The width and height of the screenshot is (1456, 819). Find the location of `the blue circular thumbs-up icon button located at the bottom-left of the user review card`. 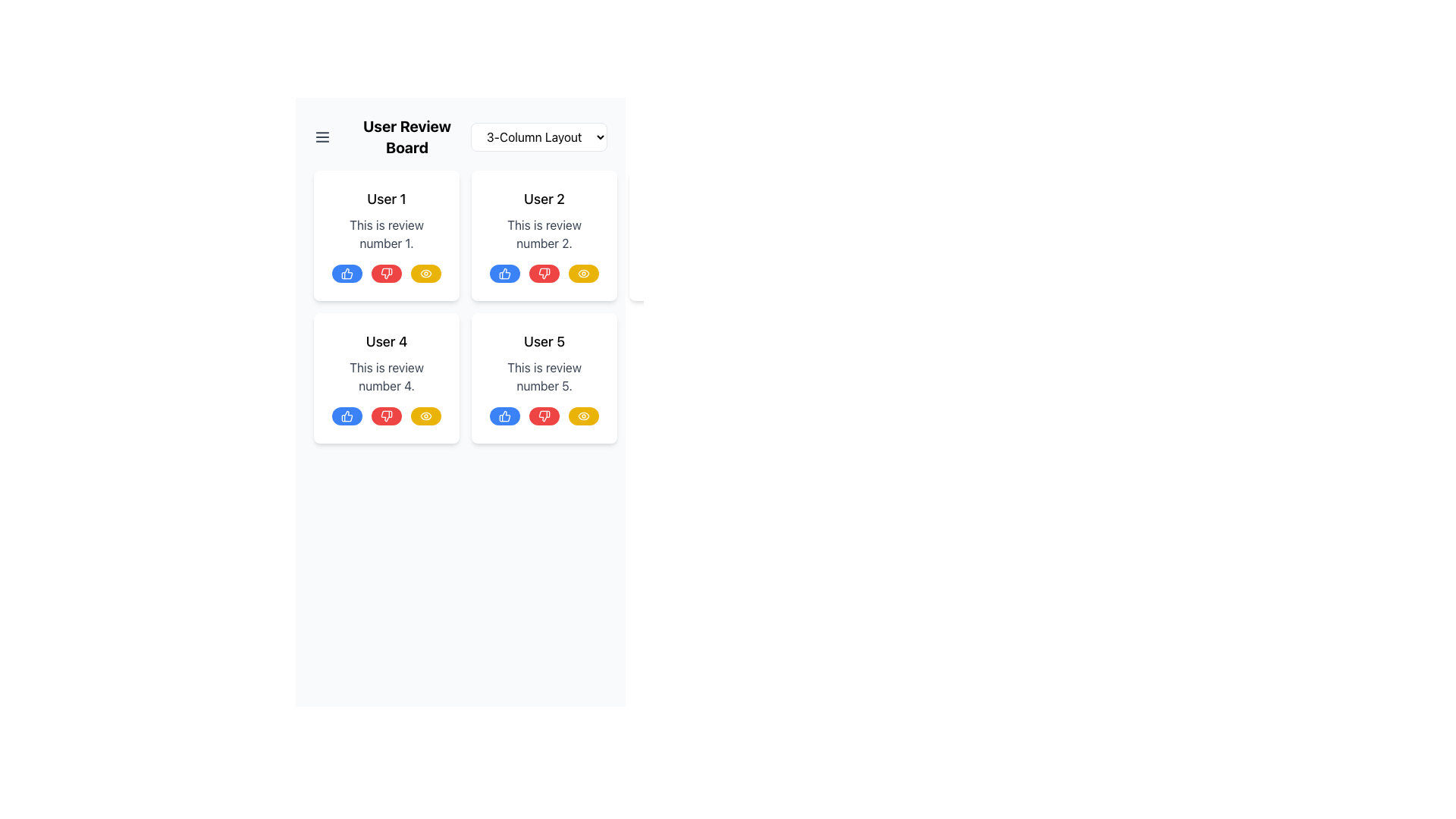

the blue circular thumbs-up icon button located at the bottom-left of the user review card is located at coordinates (505, 274).